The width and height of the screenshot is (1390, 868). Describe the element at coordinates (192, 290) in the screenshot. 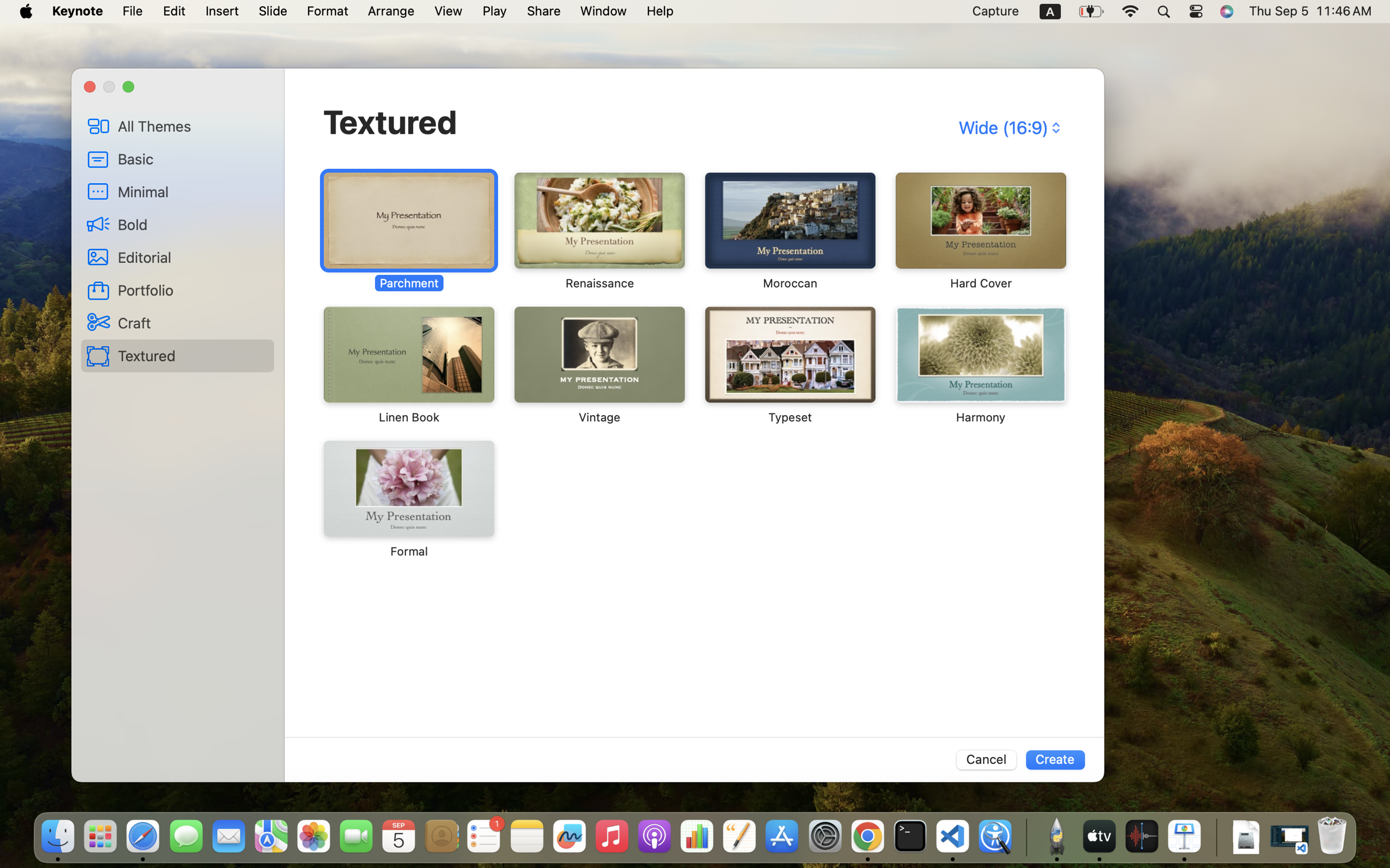

I see `'Portfolio'` at that location.